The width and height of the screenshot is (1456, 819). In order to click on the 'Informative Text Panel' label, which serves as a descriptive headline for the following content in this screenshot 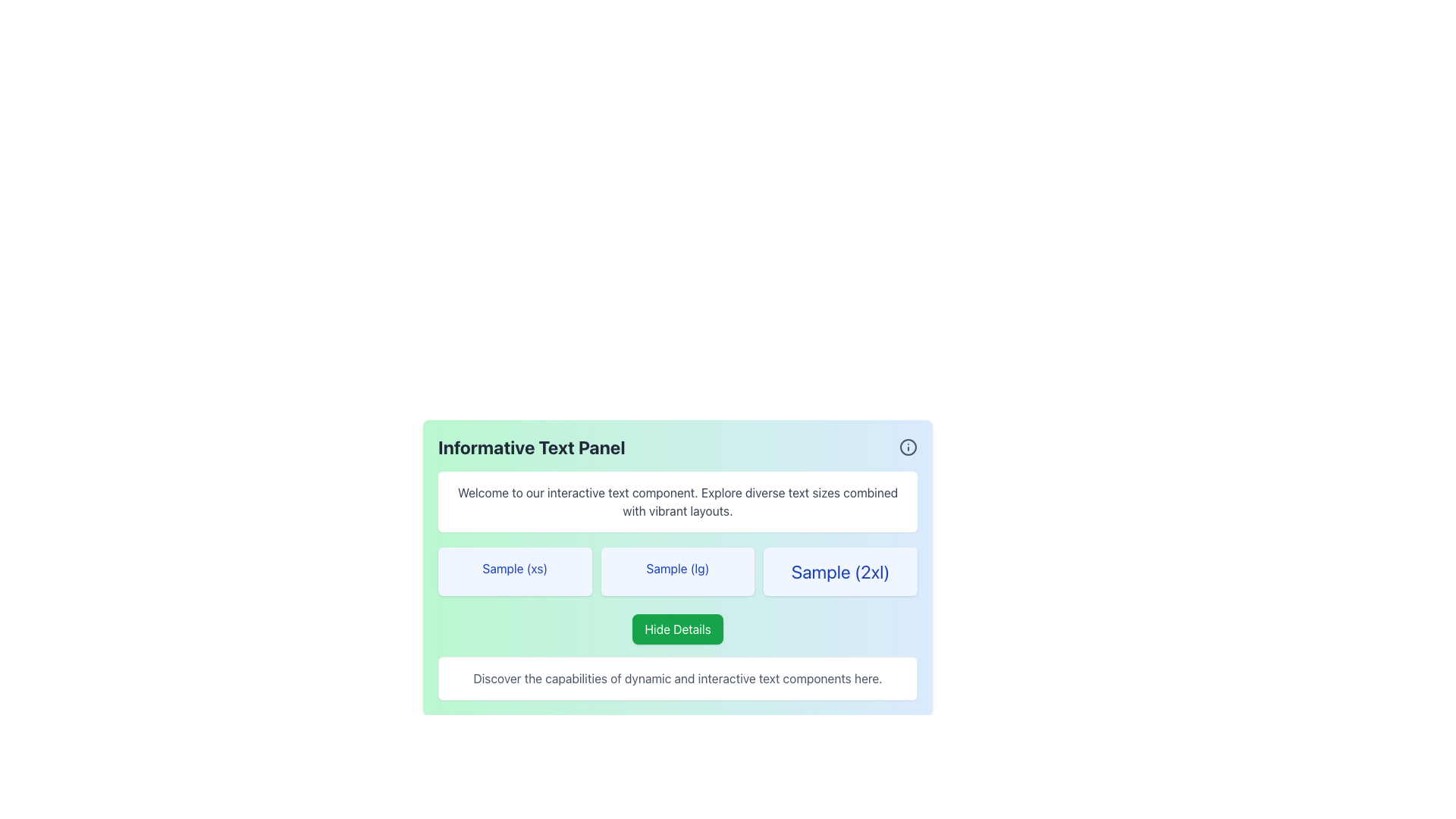, I will do `click(532, 447)`.